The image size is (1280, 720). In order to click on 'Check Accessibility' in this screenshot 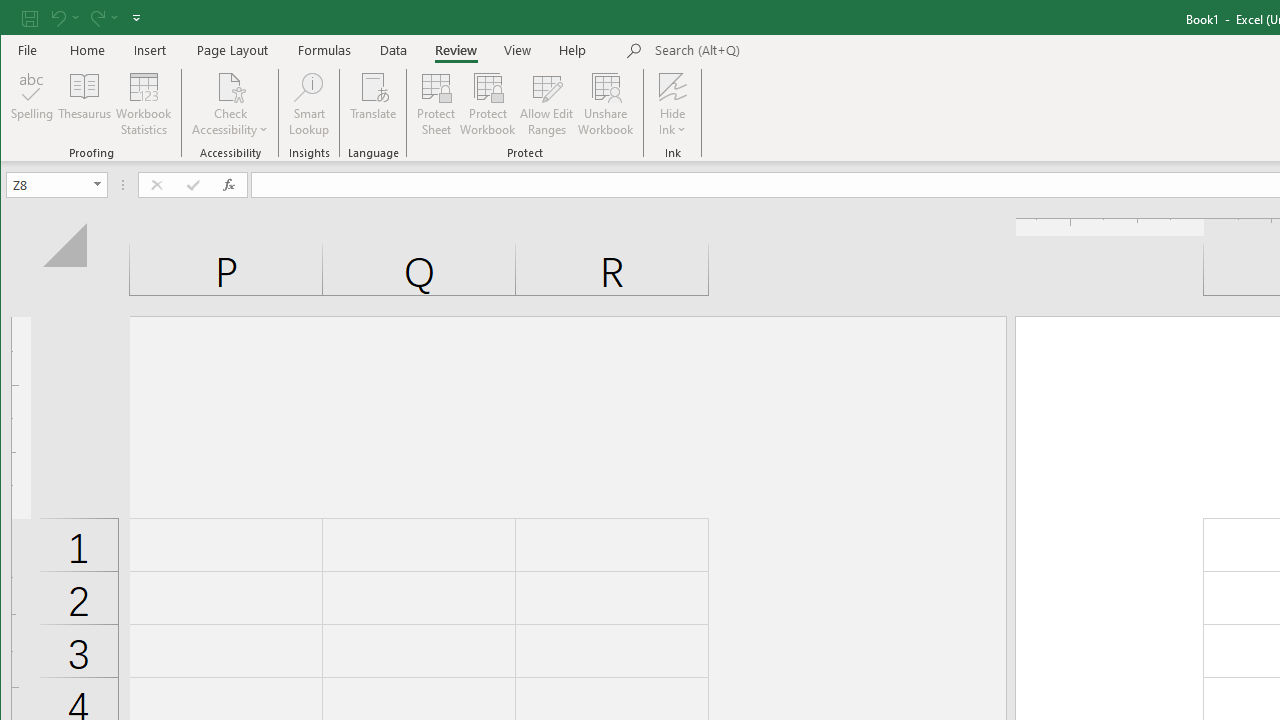, I will do `click(230, 104)`.